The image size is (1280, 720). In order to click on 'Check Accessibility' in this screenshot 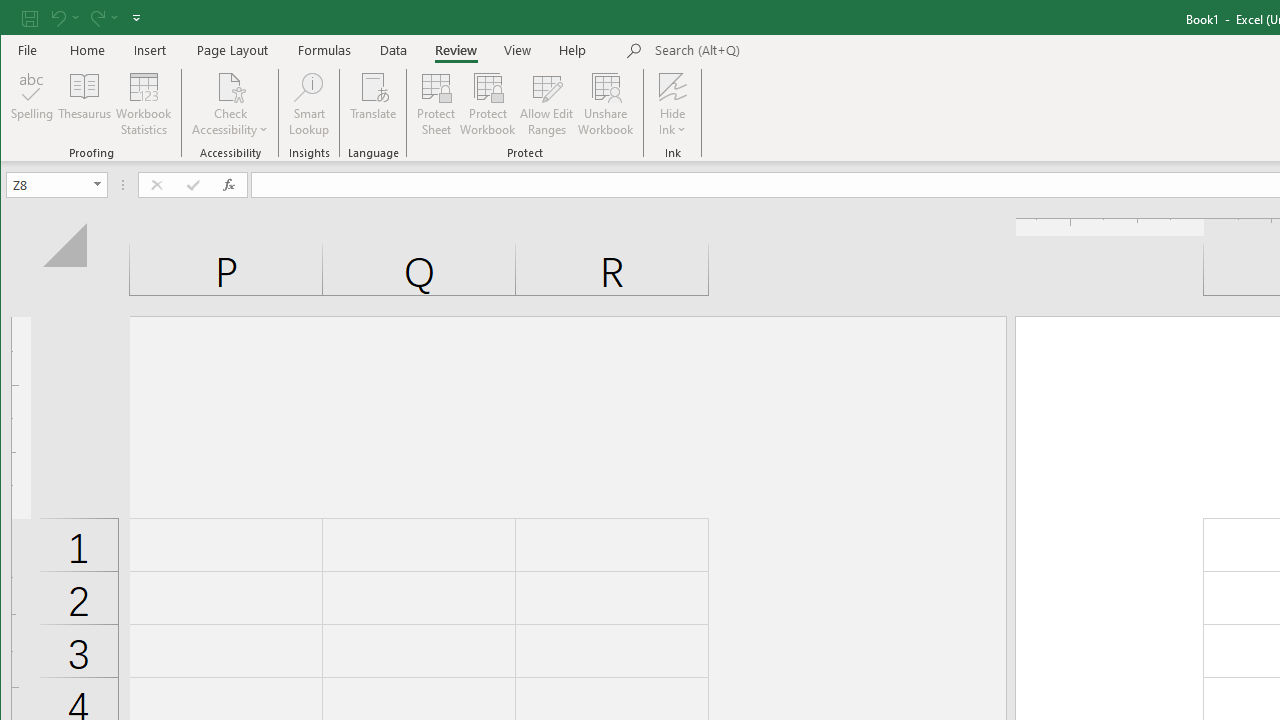, I will do `click(230, 104)`.